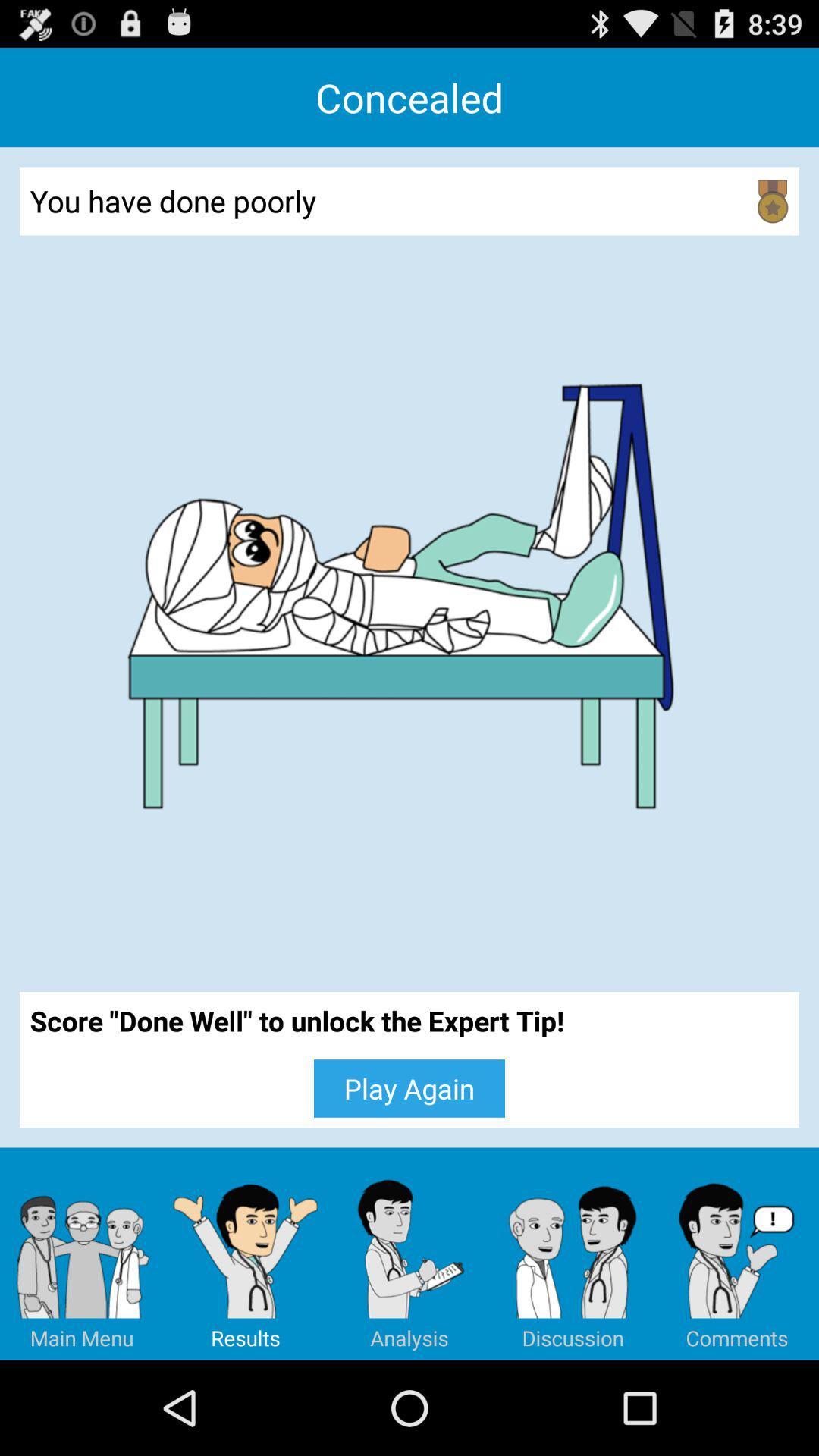 This screenshot has height=1456, width=819. Describe the element at coordinates (573, 1254) in the screenshot. I see `the icon below play again icon` at that location.